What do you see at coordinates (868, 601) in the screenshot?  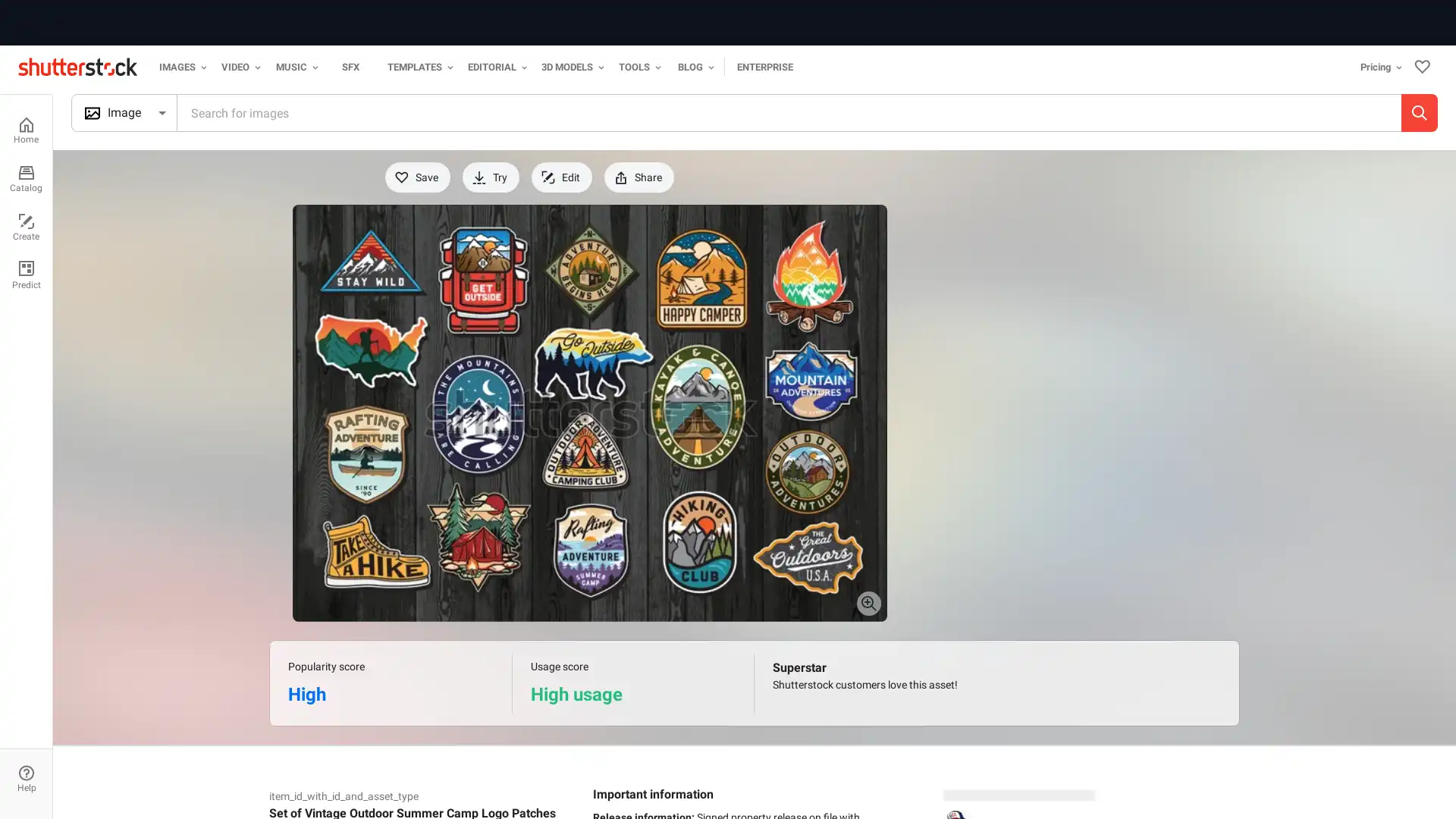 I see `Preview` at bounding box center [868, 601].